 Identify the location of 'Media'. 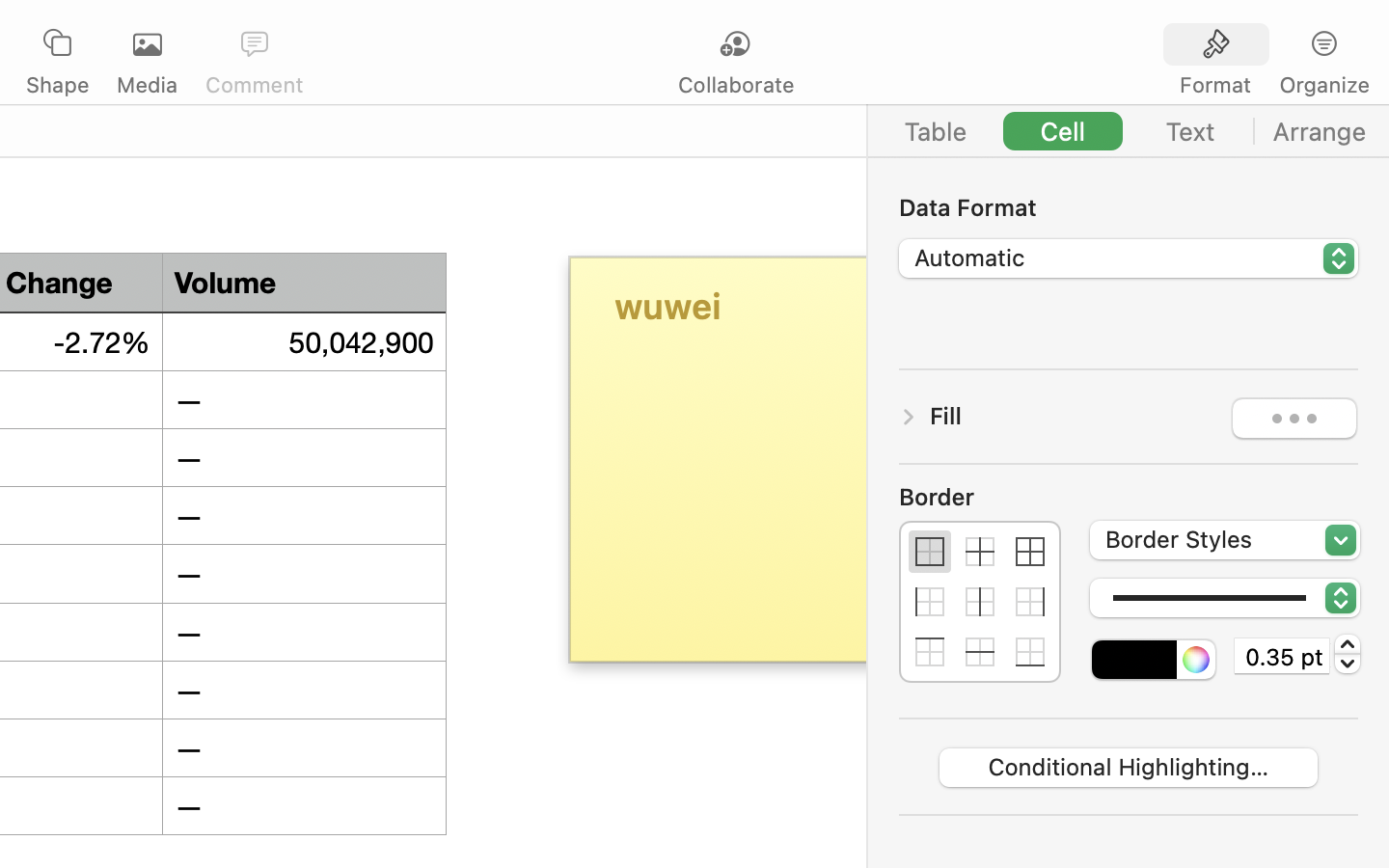
(146, 84).